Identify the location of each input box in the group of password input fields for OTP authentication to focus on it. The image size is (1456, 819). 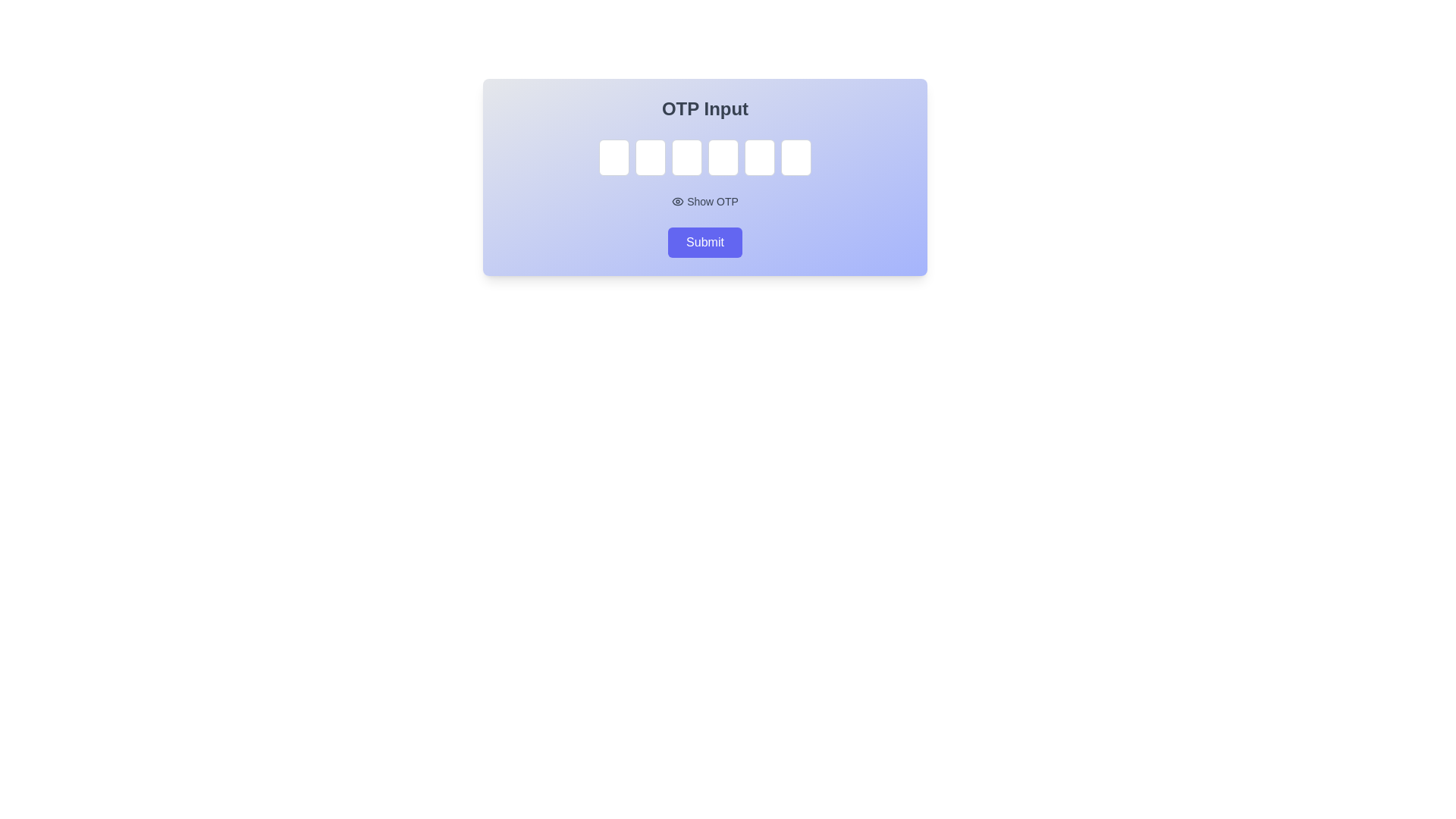
(704, 158).